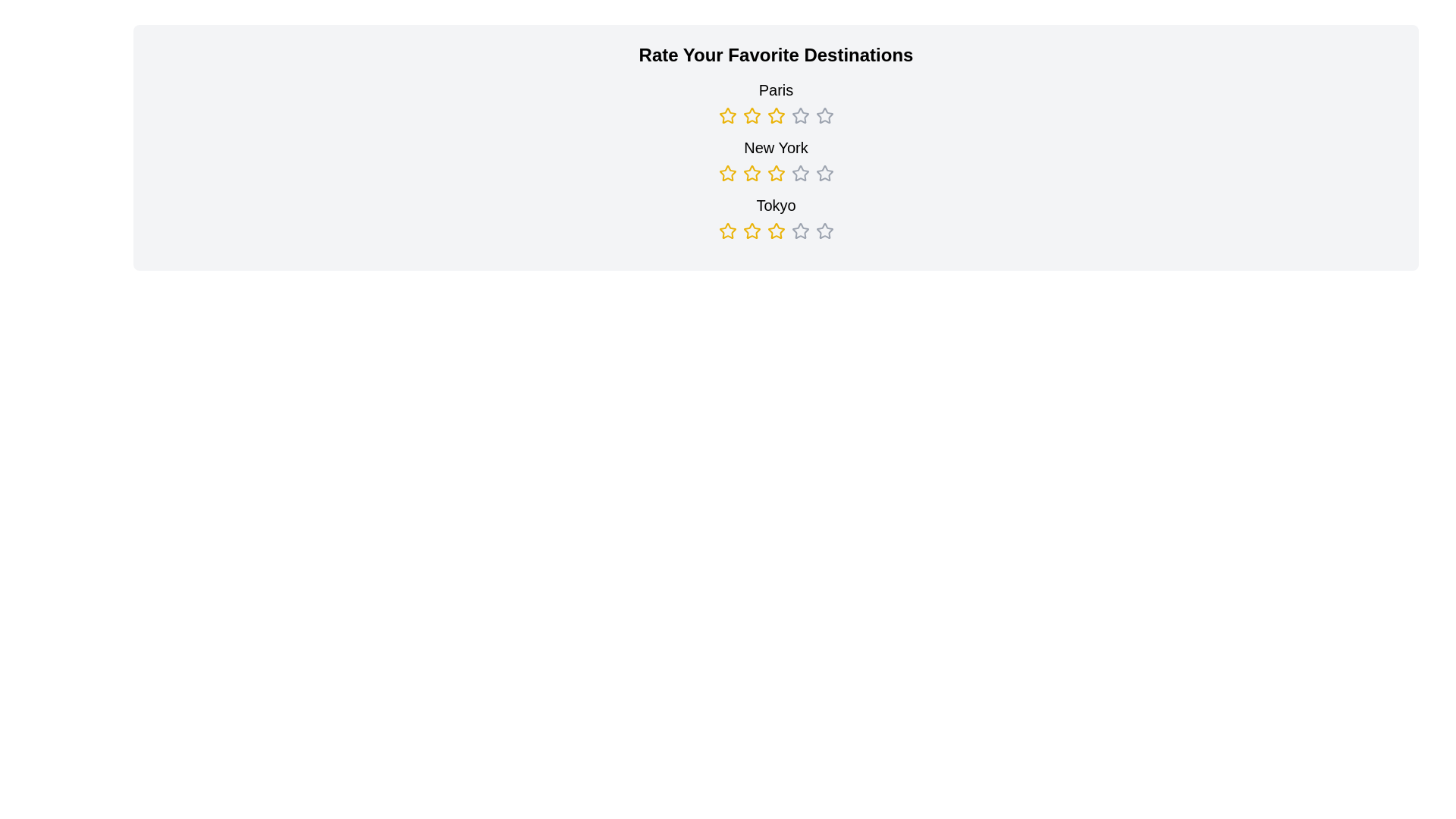 The width and height of the screenshot is (1456, 819). Describe the element at coordinates (776, 115) in the screenshot. I see `across the interactive rating component composed of clickable stars located below the heading 'Paris'` at that location.